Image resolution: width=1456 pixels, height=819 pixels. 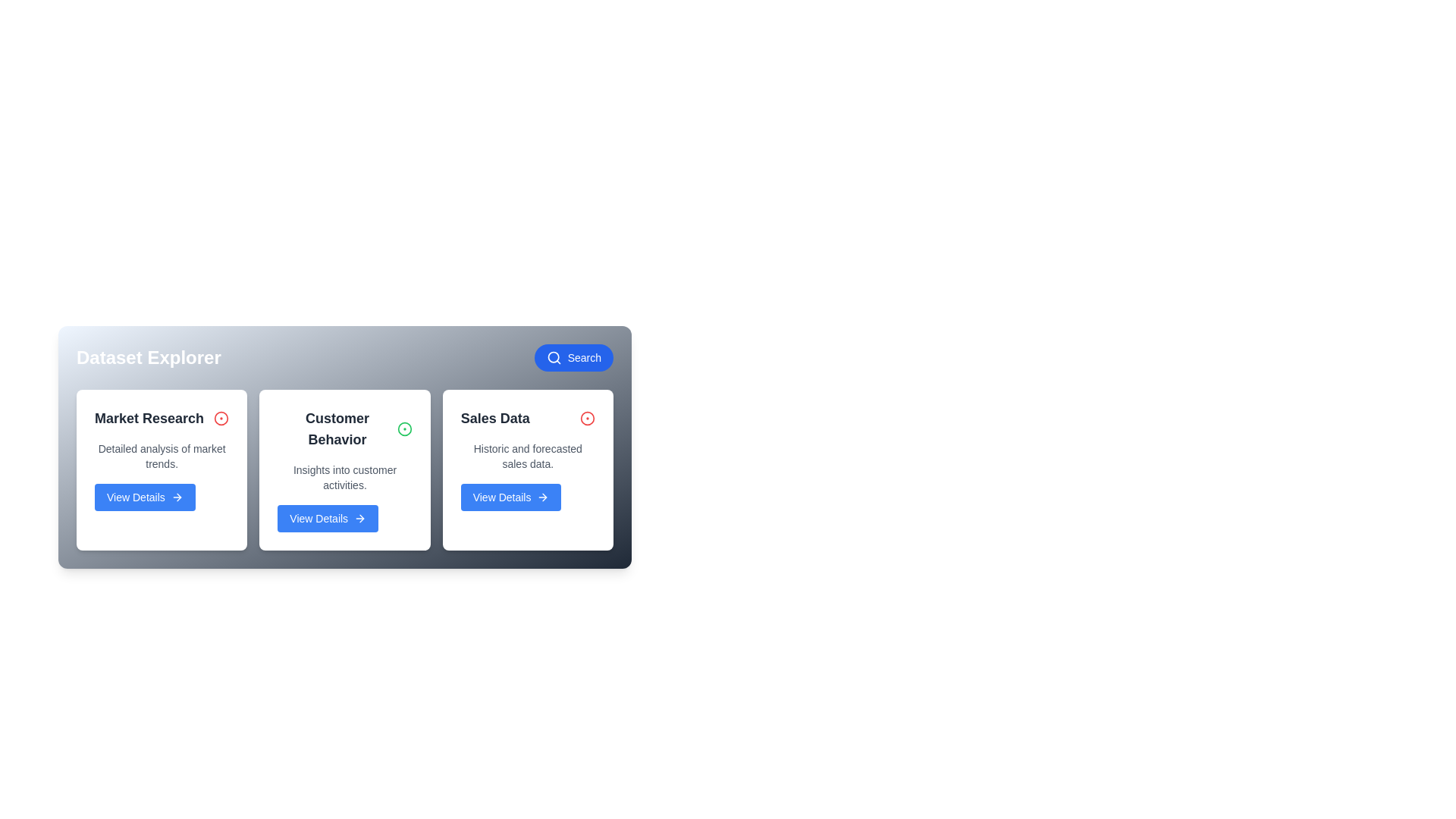 I want to click on the 'View Details' button for the dataset named Market Research, so click(x=145, y=497).